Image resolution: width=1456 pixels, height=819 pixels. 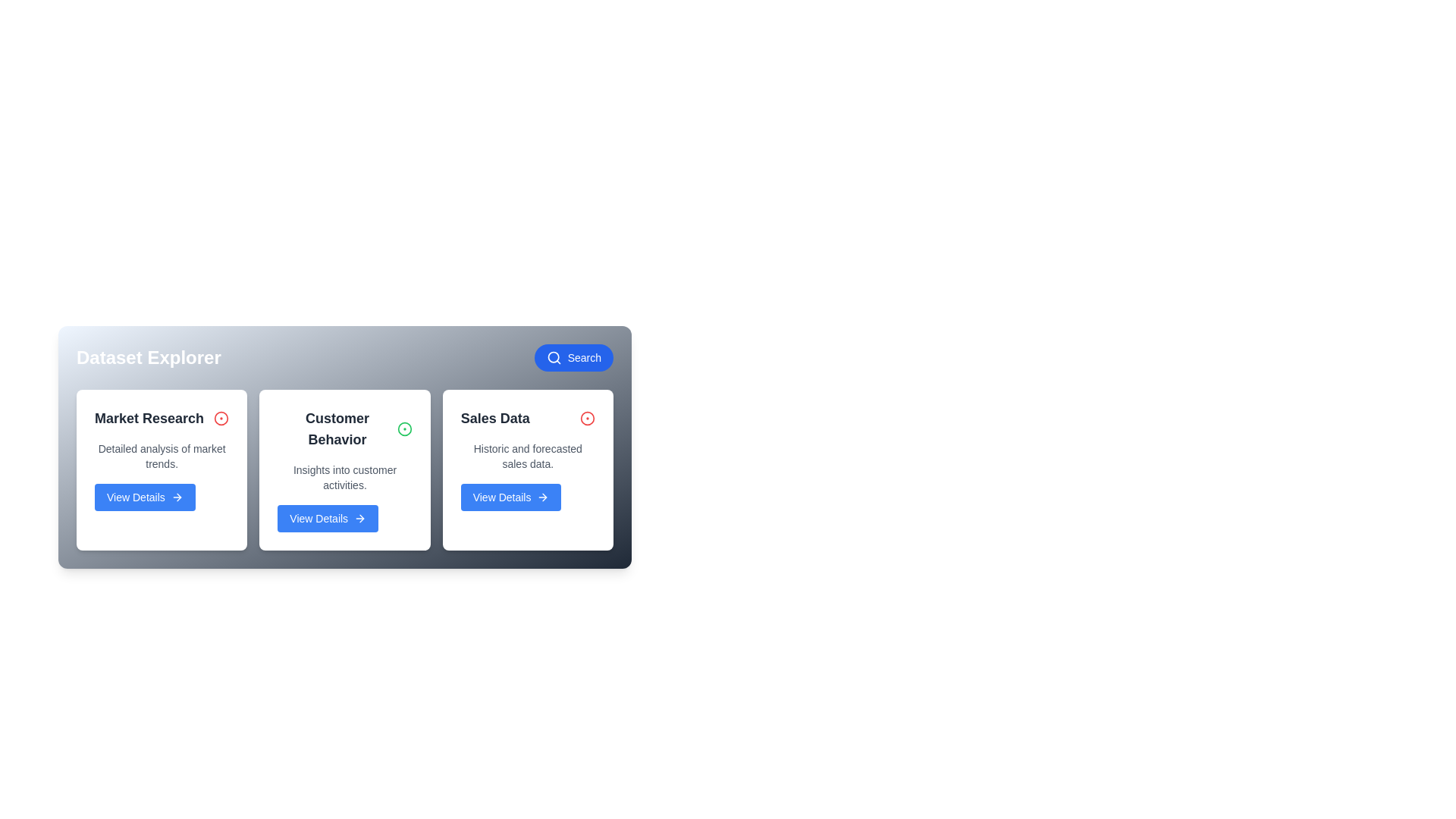 I want to click on the 'View Details' button for the dataset named Market Research, so click(x=145, y=497).